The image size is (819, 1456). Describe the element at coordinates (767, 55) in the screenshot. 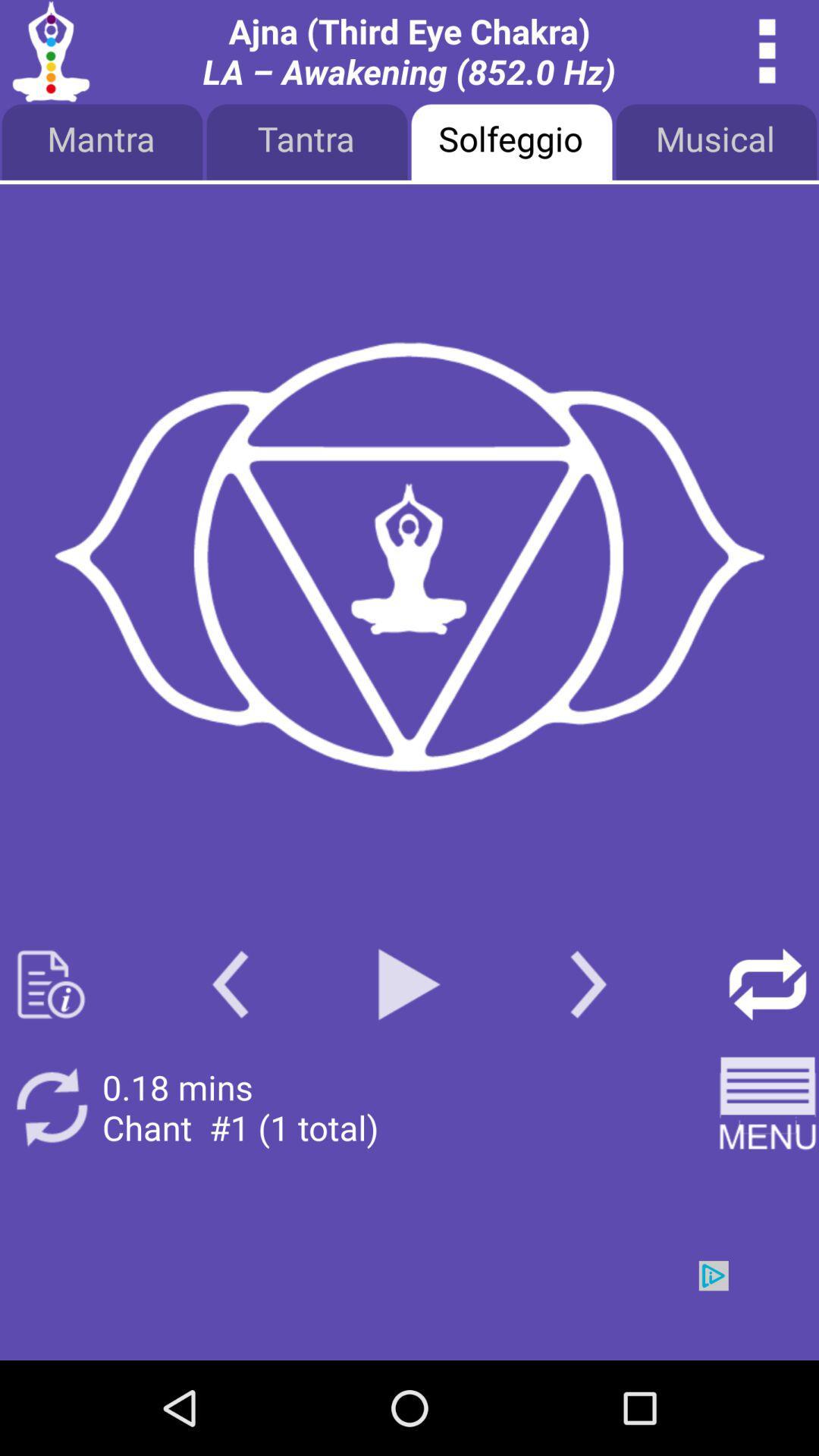

I see `the more icon` at that location.